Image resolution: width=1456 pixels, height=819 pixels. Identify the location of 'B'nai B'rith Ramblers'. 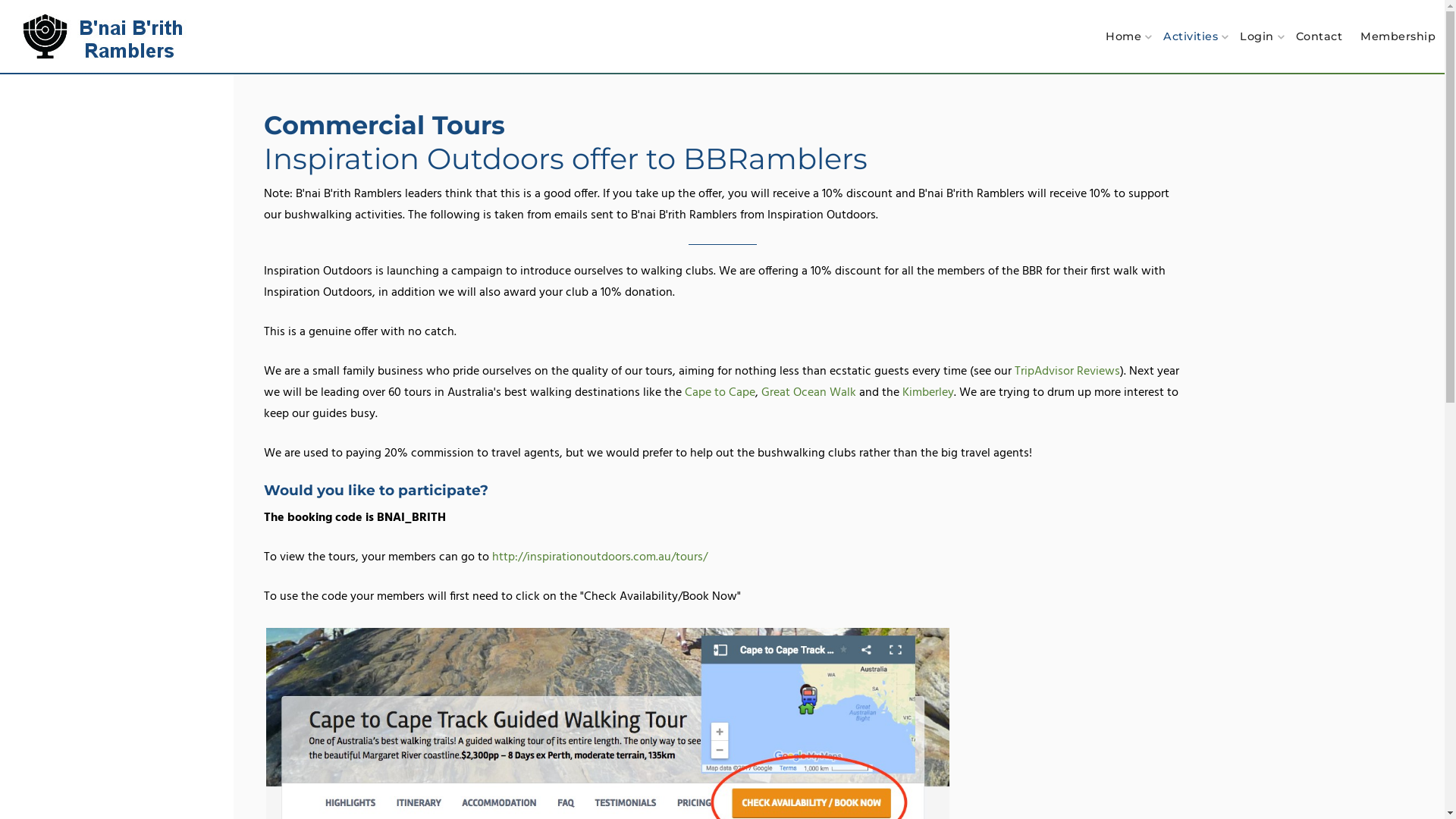
(107, 35).